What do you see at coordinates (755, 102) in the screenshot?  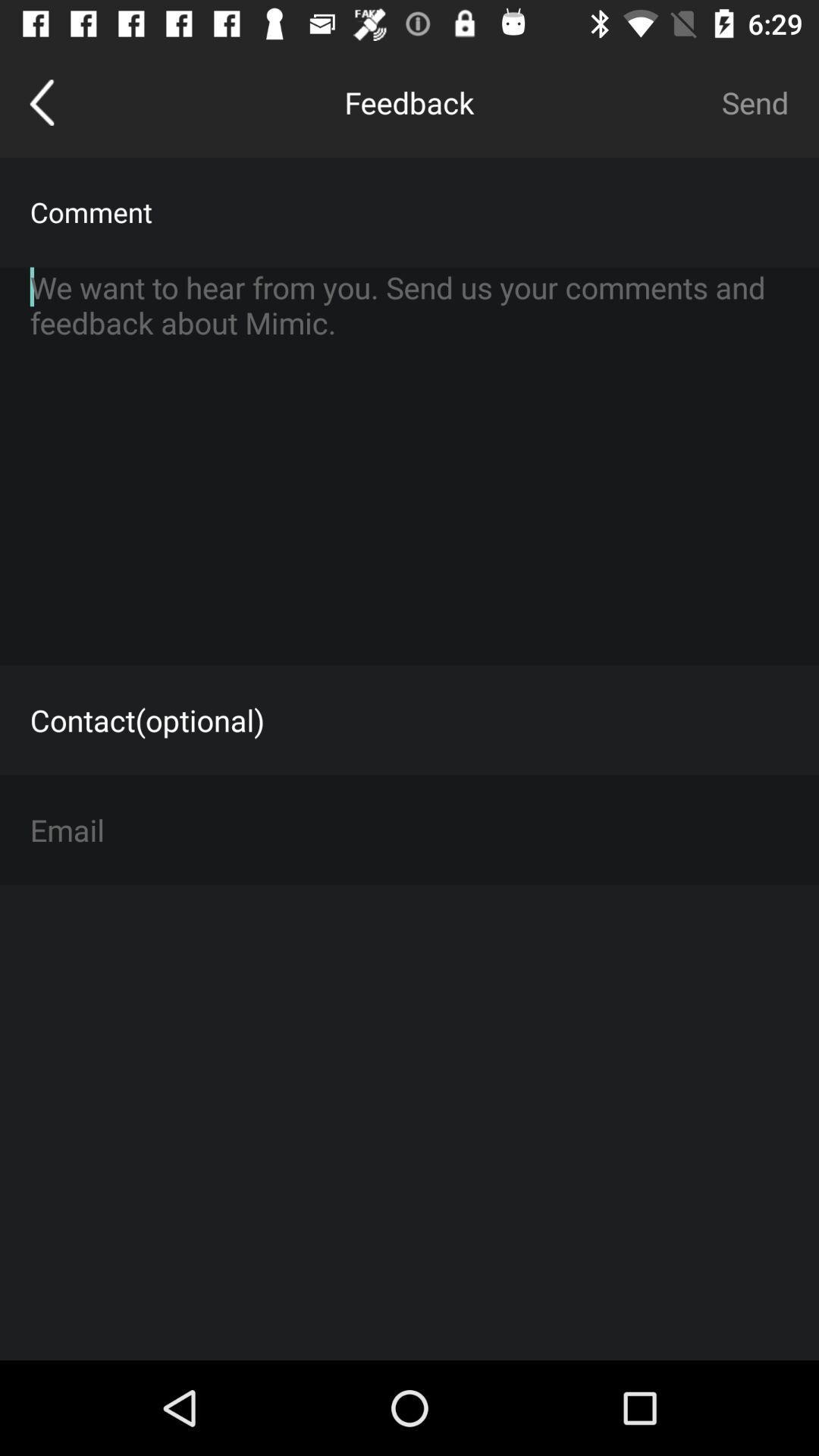 I see `the item above comment item` at bounding box center [755, 102].